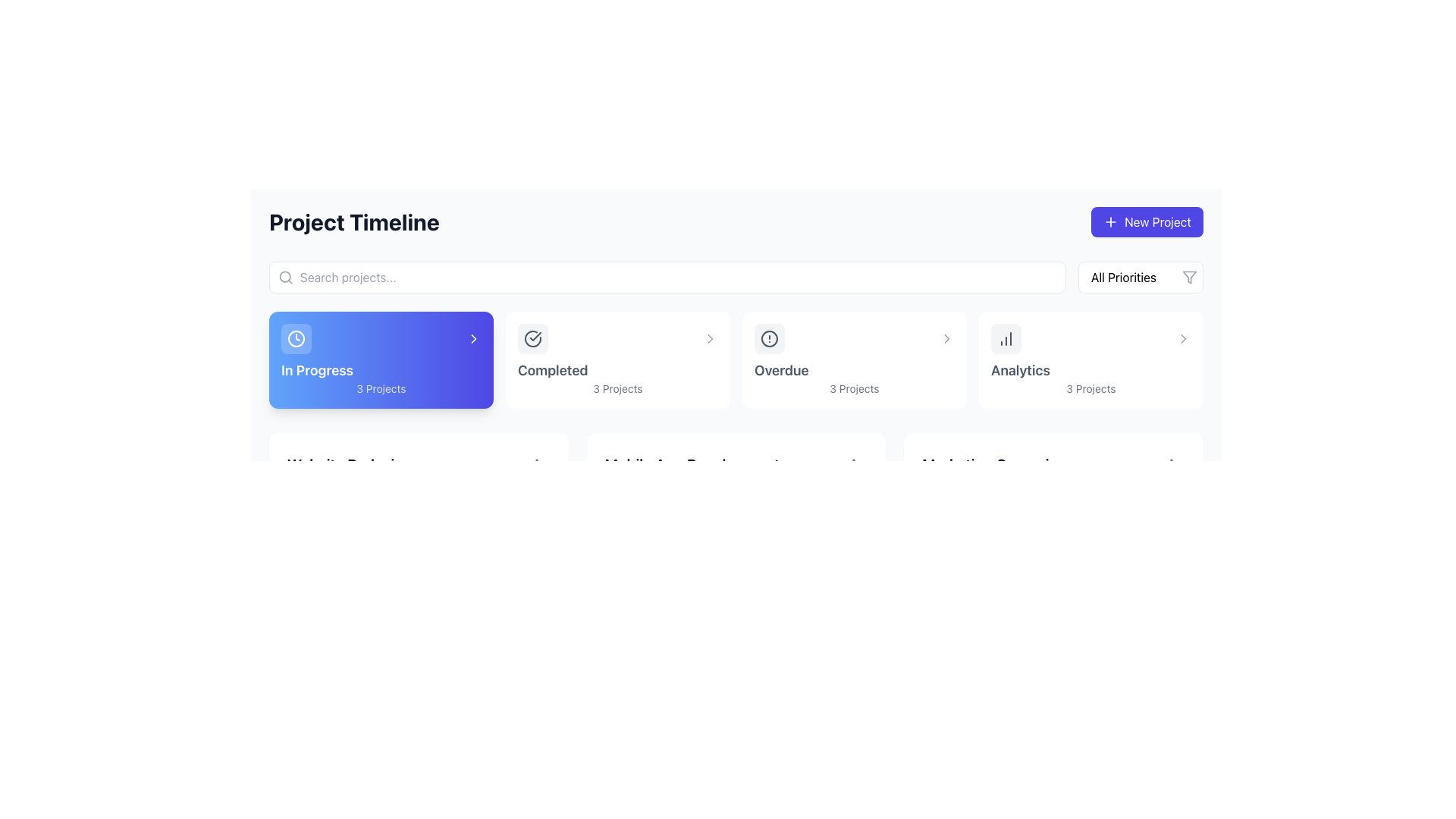  What do you see at coordinates (854, 464) in the screenshot?
I see `the Ellipsis icon located at the bottom-right of the 'Analytics' section to access related functionalities` at bounding box center [854, 464].